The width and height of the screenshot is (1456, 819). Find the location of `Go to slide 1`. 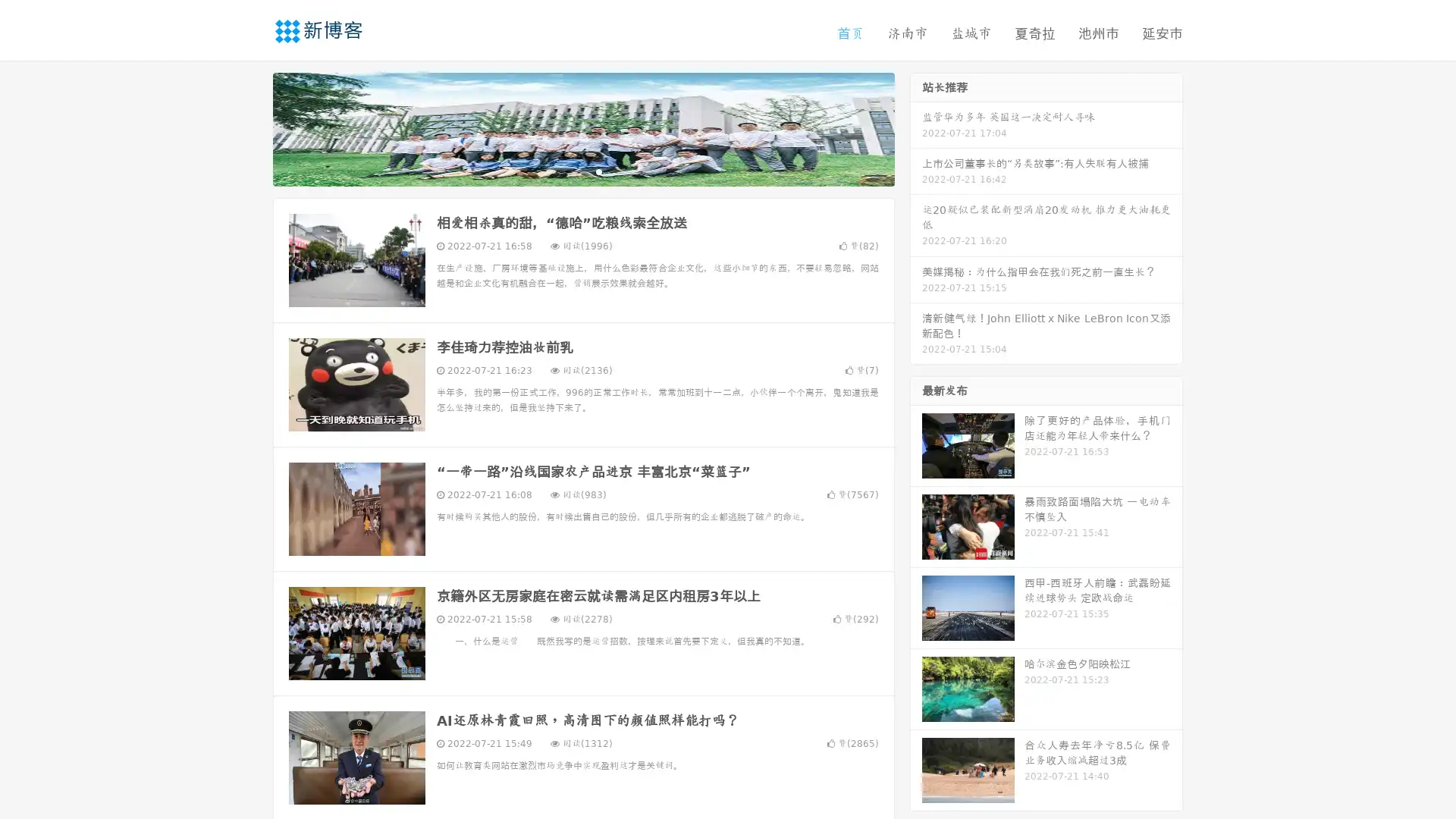

Go to slide 1 is located at coordinates (567, 171).